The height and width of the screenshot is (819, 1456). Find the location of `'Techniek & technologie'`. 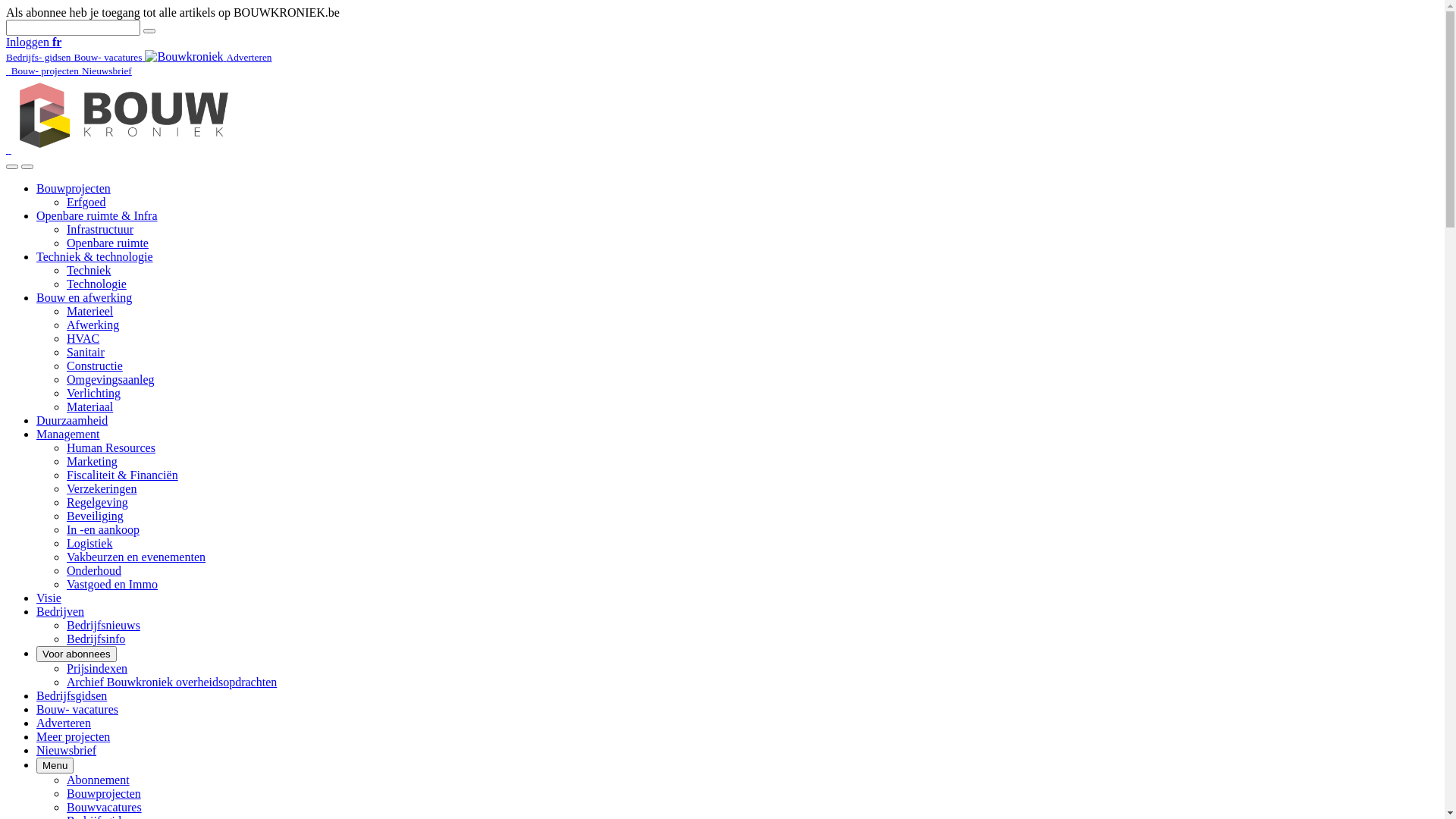

'Techniek & technologie' is located at coordinates (93, 256).